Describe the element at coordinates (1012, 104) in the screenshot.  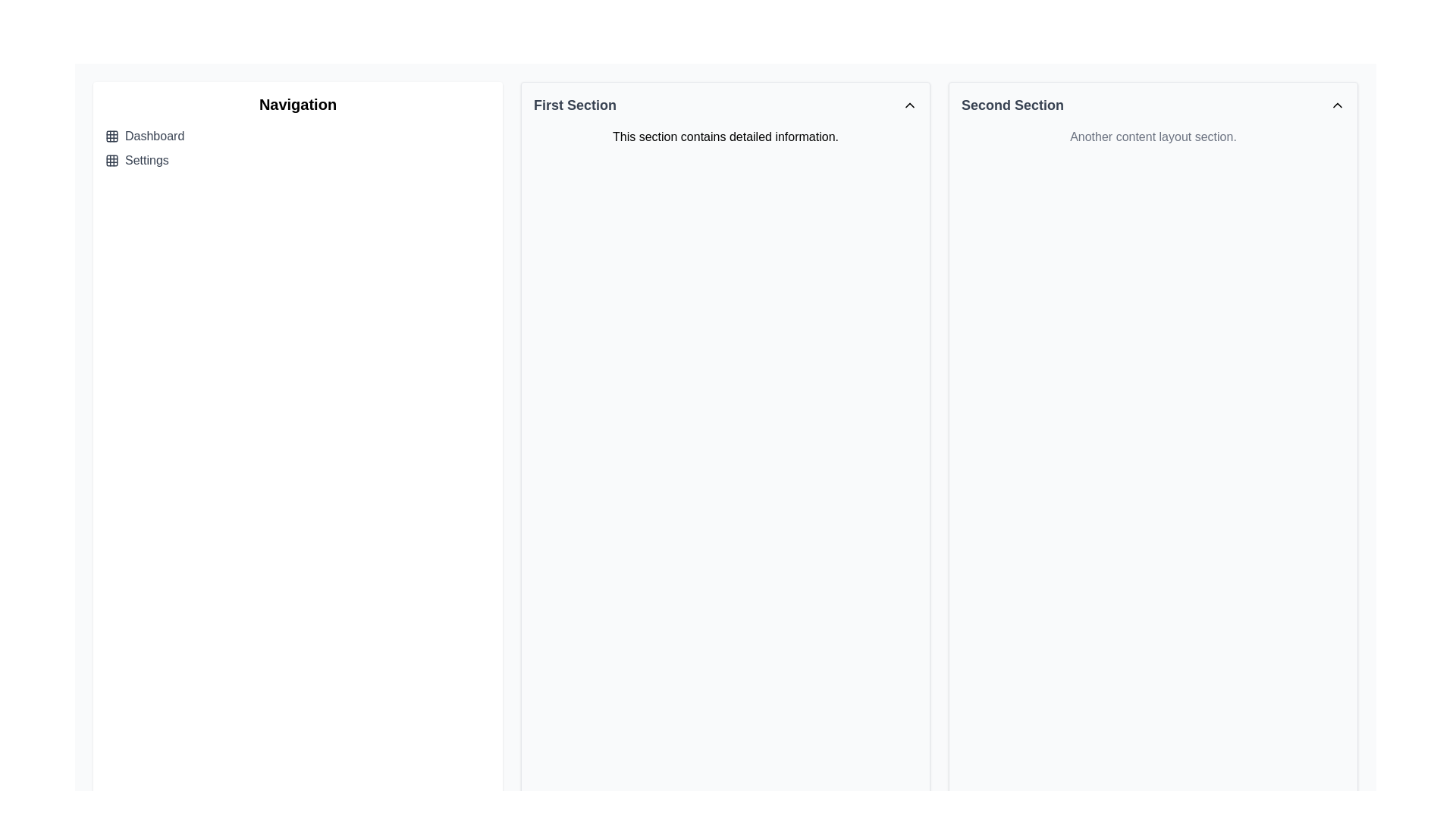
I see `the textual header that reads 'Second Section', styled in medium-sized, bold, dark gray font, located at the top-left corner of the right-hand panel in a three-column layout` at that location.